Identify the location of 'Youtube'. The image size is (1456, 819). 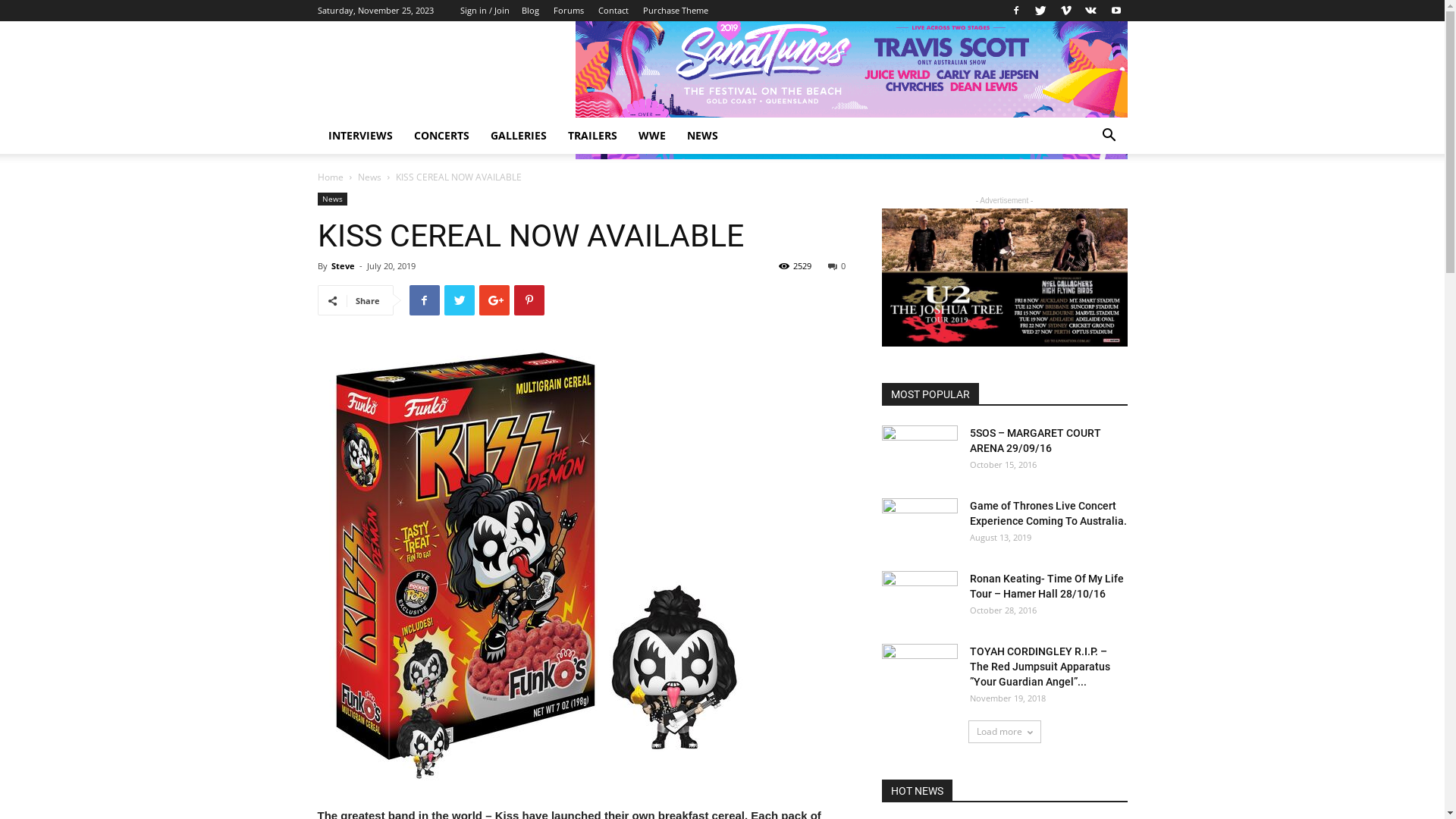
(1115, 11).